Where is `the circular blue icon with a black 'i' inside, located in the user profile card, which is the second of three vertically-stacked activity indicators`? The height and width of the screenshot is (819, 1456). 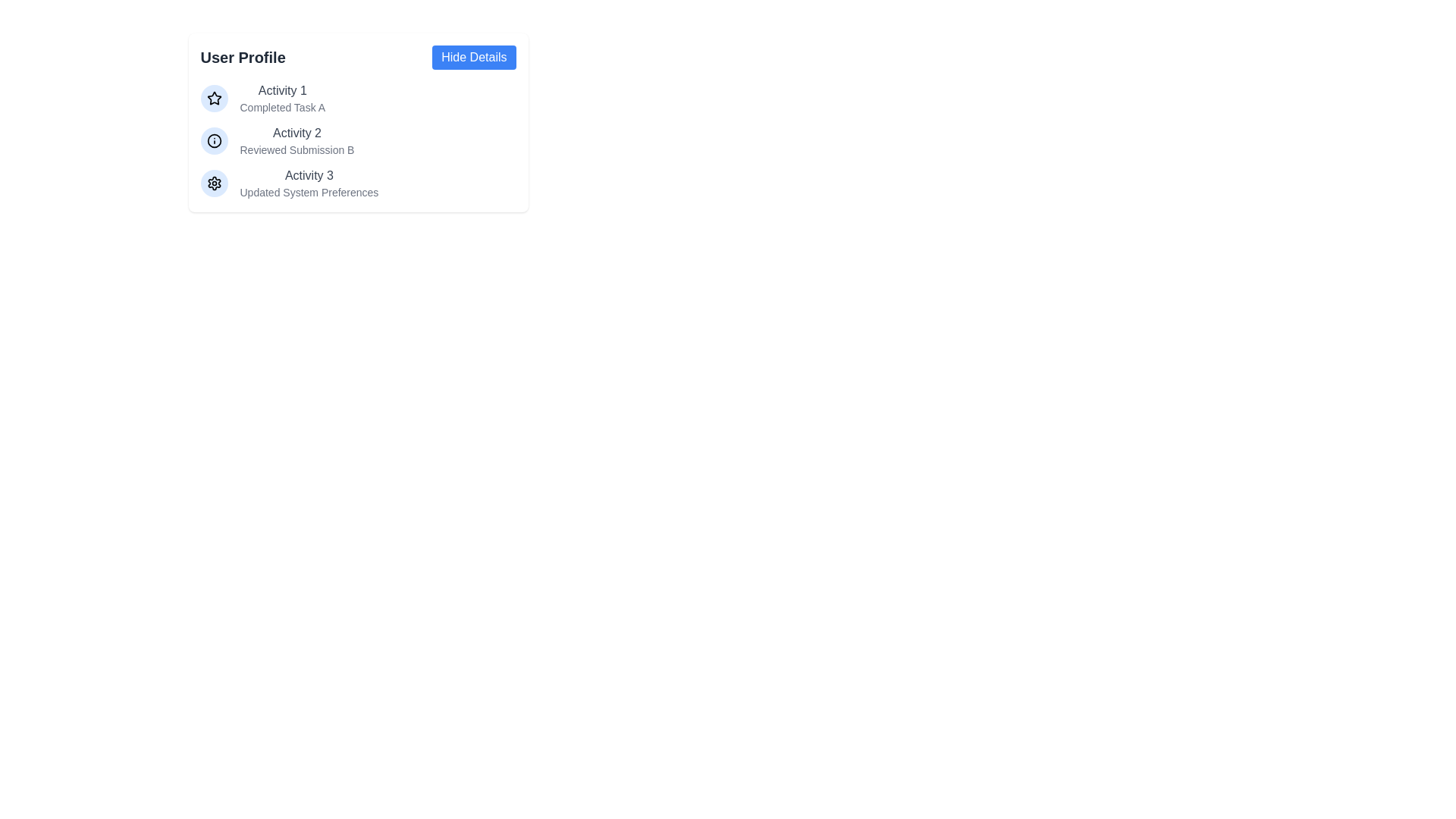
the circular blue icon with a black 'i' inside, located in the user profile card, which is the second of three vertically-stacked activity indicators is located at coordinates (213, 140).